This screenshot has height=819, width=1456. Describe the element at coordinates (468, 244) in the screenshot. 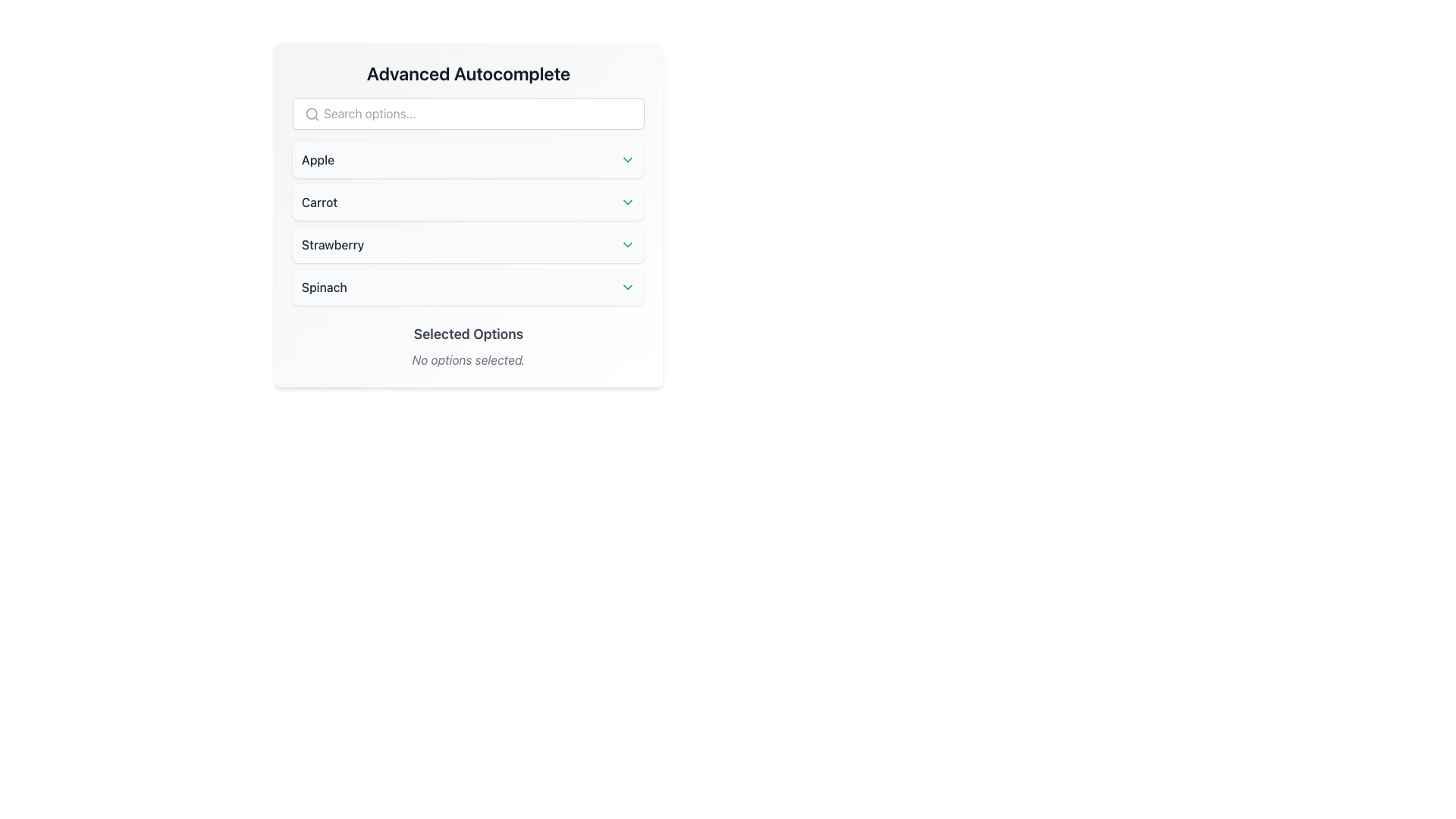

I see `the selectable list item for 'Strawberry'` at that location.